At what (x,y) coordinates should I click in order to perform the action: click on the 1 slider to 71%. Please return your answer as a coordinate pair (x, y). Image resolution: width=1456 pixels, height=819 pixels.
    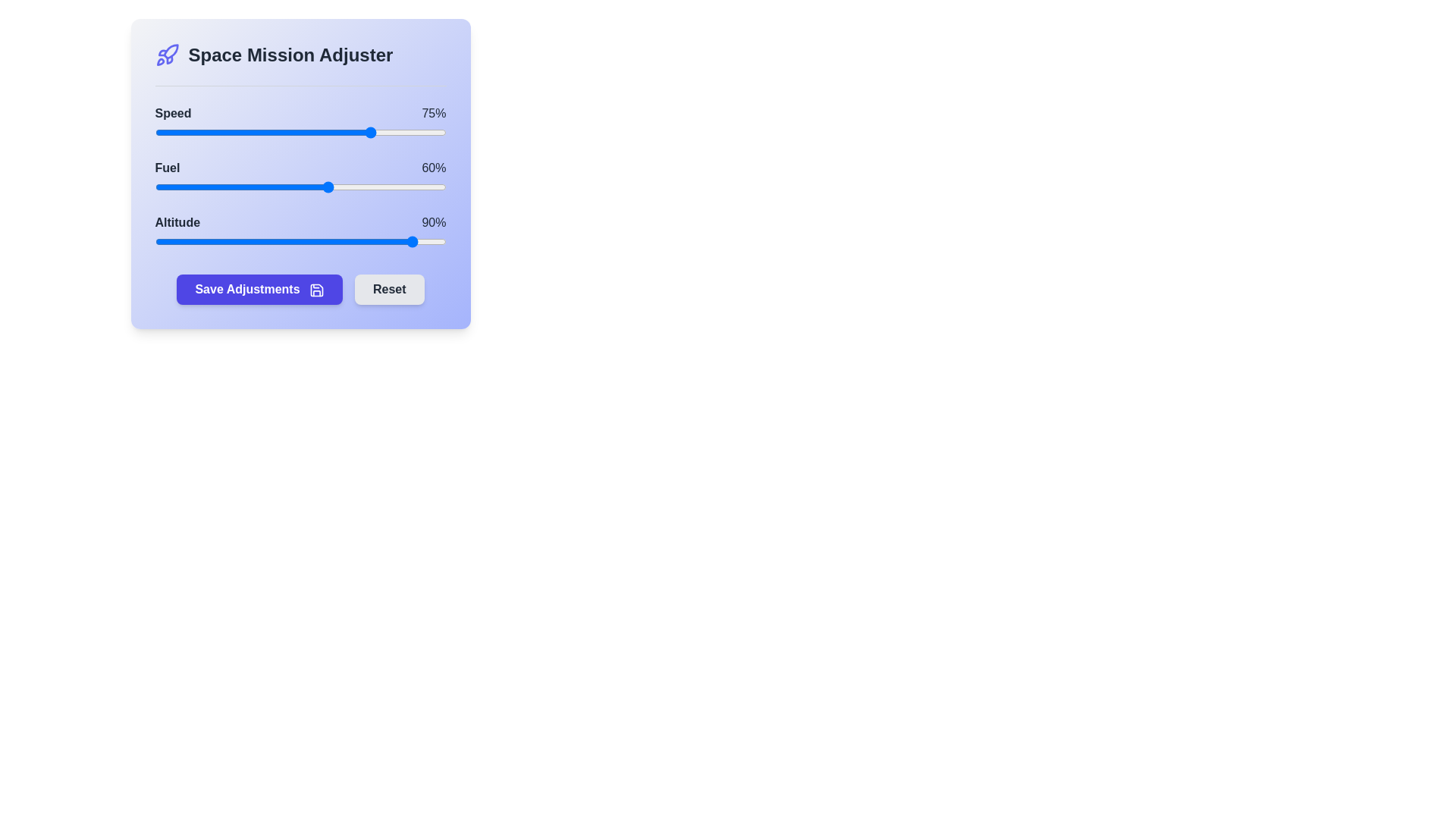
    Looking at the image, I should click on (361, 186).